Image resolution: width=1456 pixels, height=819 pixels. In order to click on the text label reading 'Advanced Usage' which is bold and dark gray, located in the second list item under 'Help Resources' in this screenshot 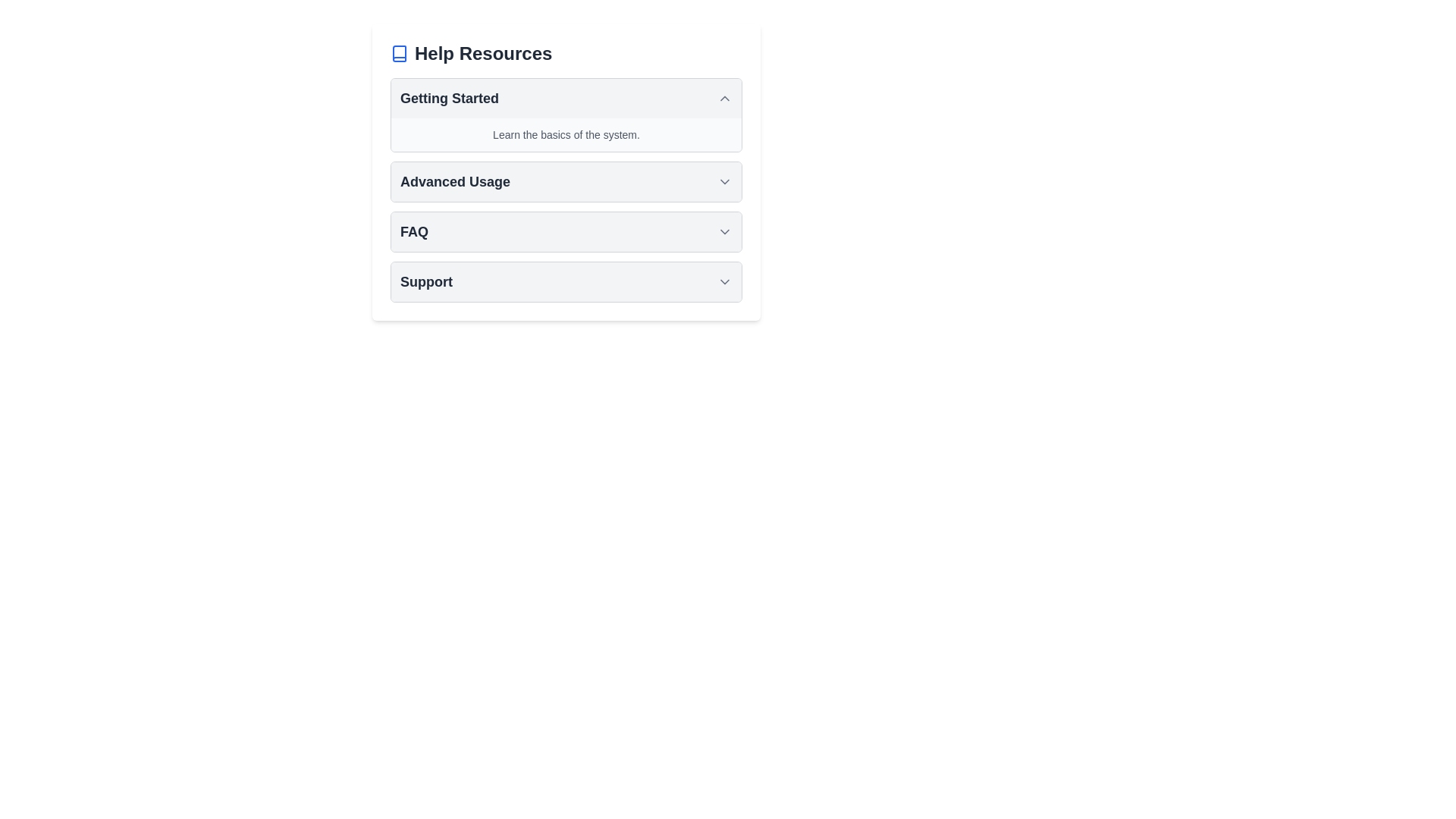, I will do `click(454, 180)`.